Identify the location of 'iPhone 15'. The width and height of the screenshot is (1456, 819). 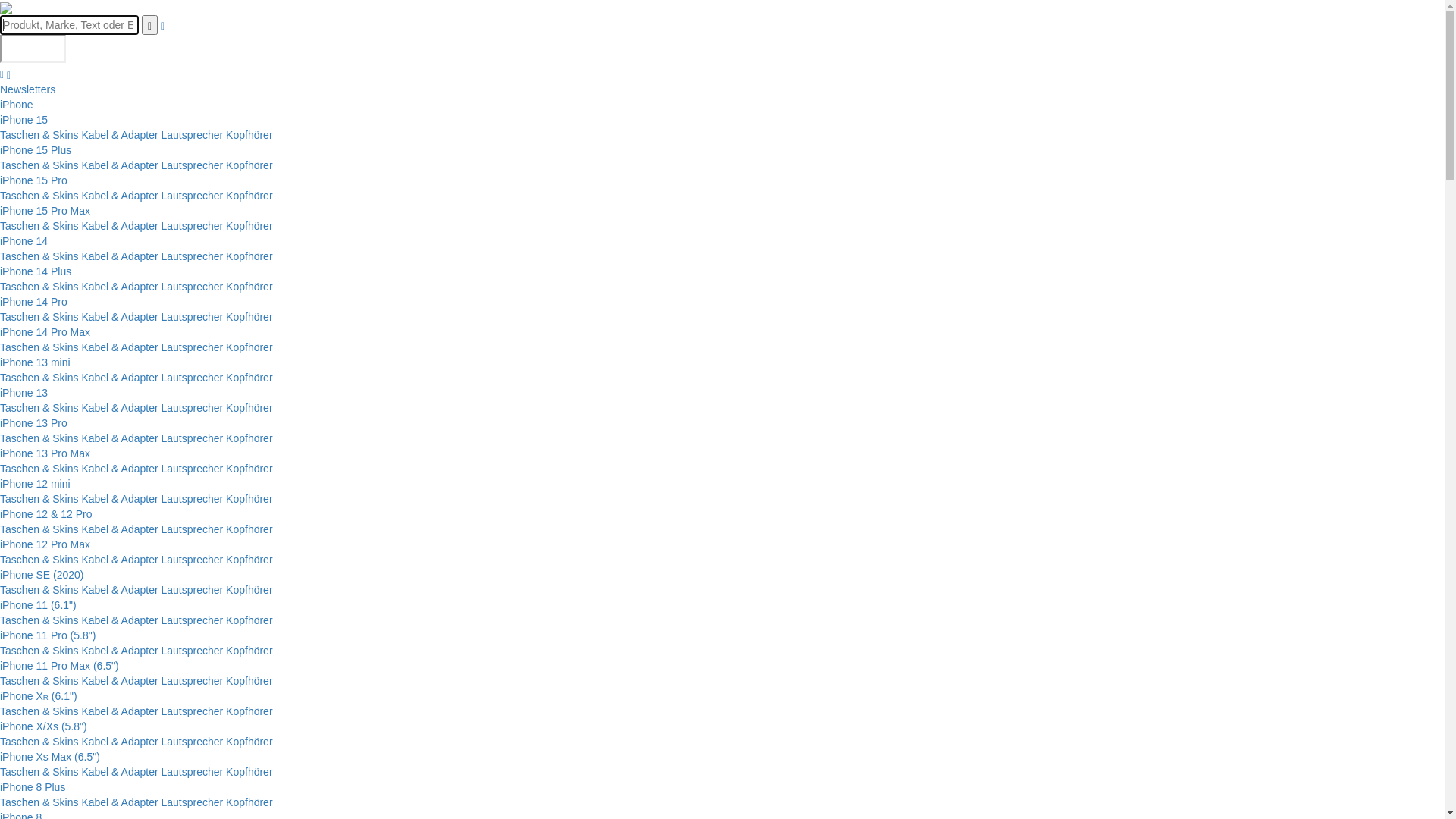
(24, 119).